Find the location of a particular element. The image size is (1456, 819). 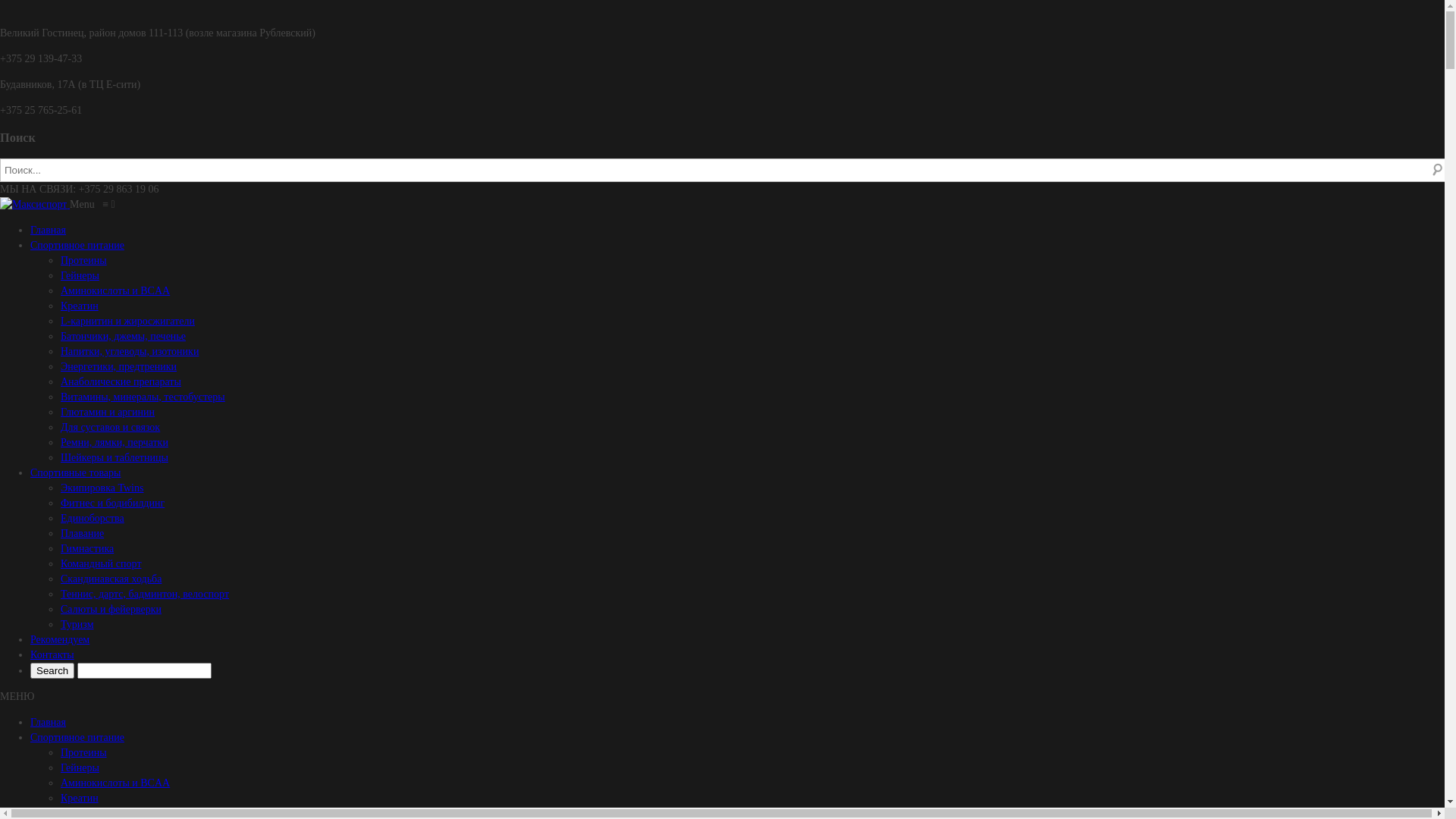

'Search' is located at coordinates (30, 670).